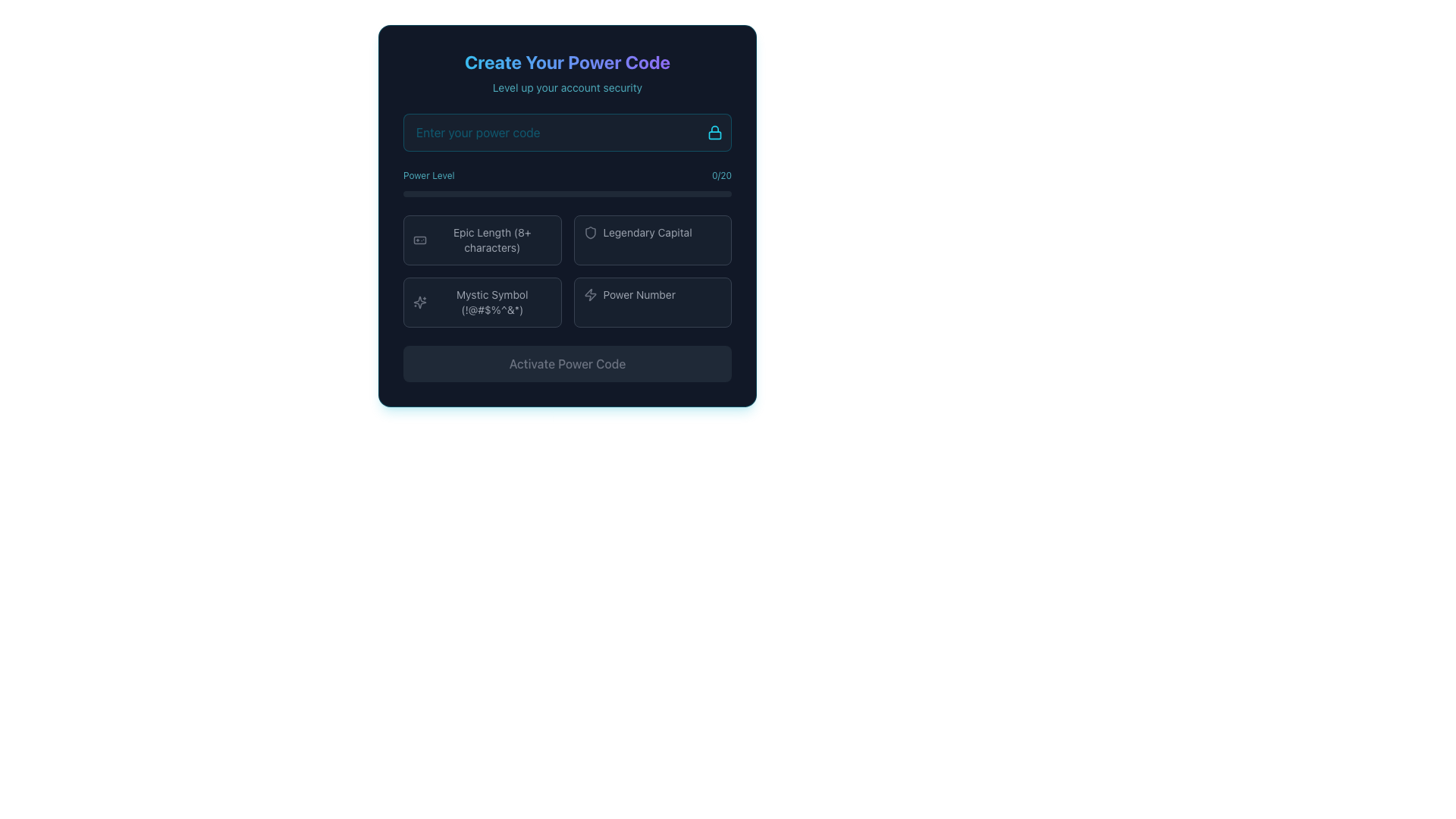  What do you see at coordinates (419, 239) in the screenshot?
I see `the gamepad icon, which is the first icon to the left in the 'Epic Length (8+ characters)' row within the 'Power Level' section` at bounding box center [419, 239].